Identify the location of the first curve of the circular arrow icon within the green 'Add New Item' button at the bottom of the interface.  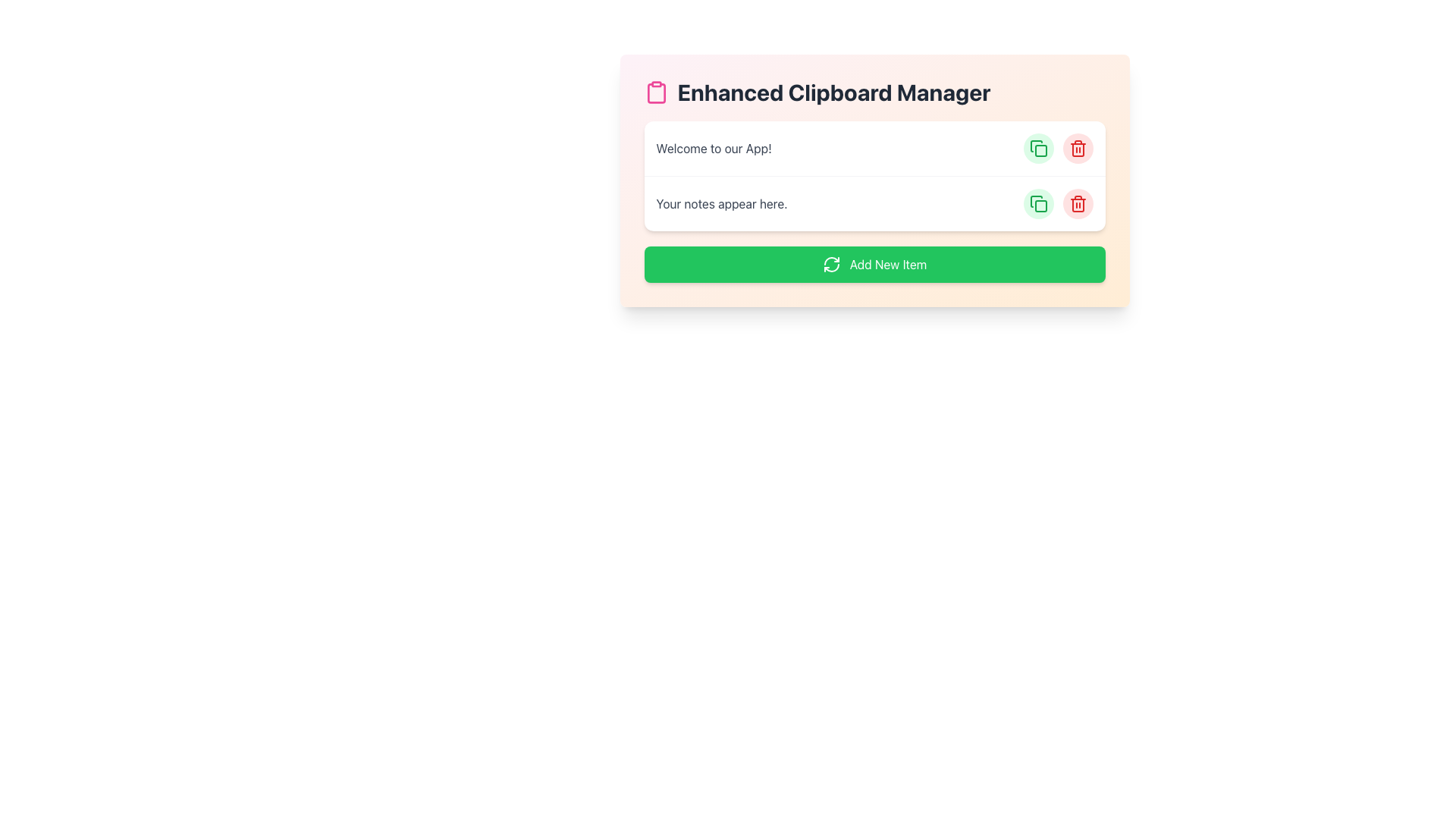
(830, 260).